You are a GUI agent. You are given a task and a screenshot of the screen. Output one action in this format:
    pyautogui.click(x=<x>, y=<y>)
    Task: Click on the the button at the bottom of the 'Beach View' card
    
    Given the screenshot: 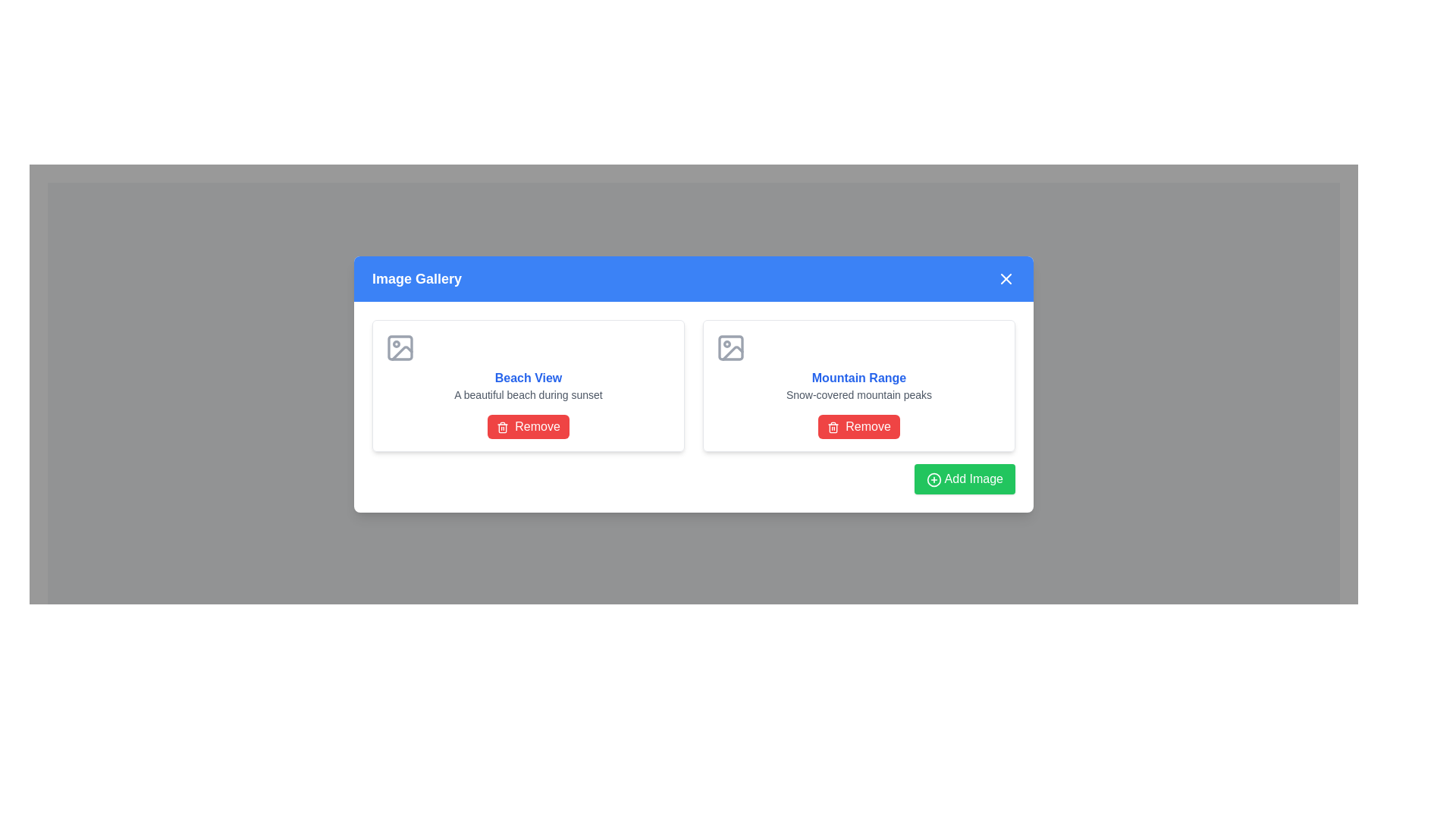 What is the action you would take?
    pyautogui.click(x=528, y=427)
    